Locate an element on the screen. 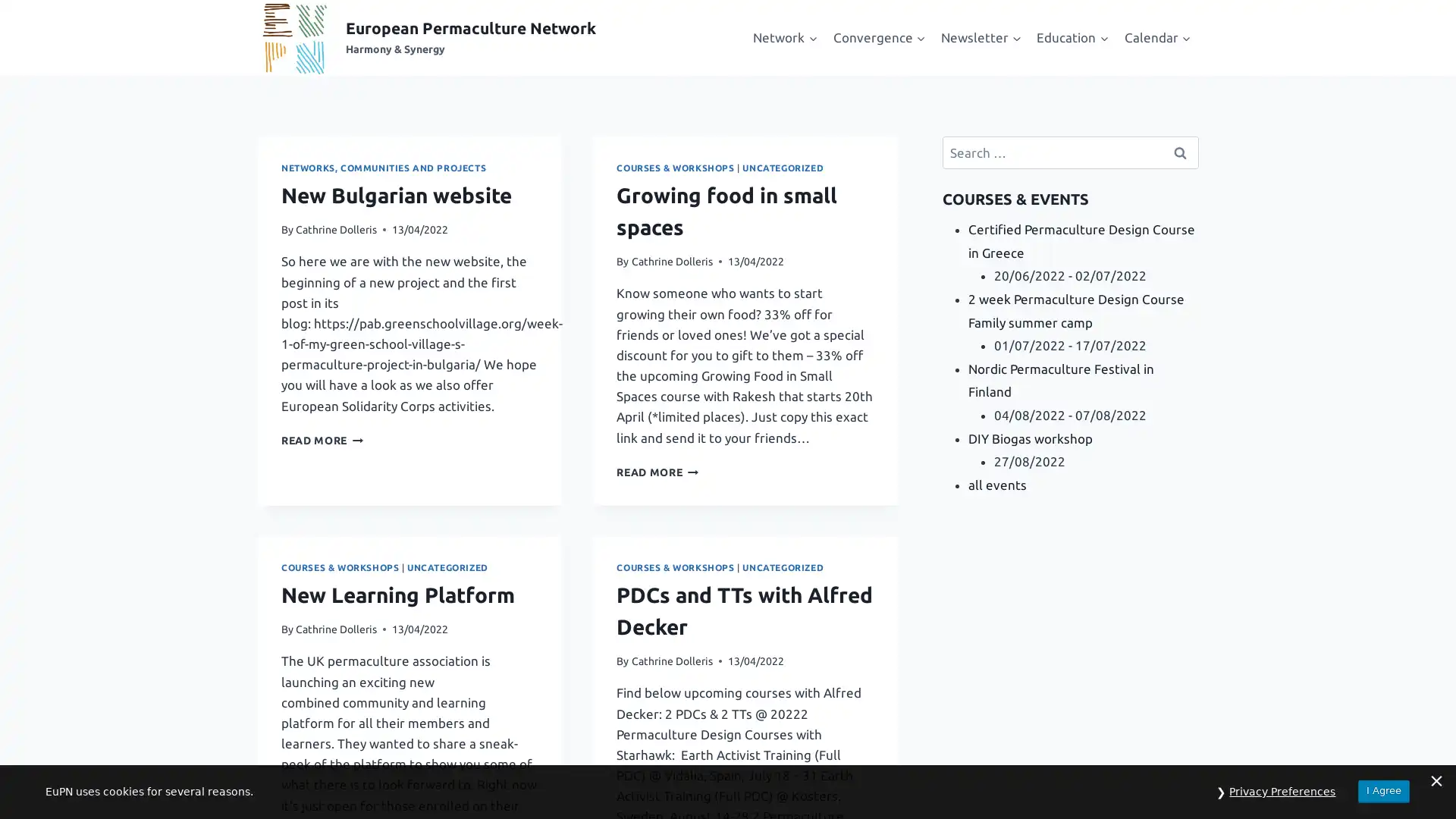  Search is located at coordinates (1178, 152).